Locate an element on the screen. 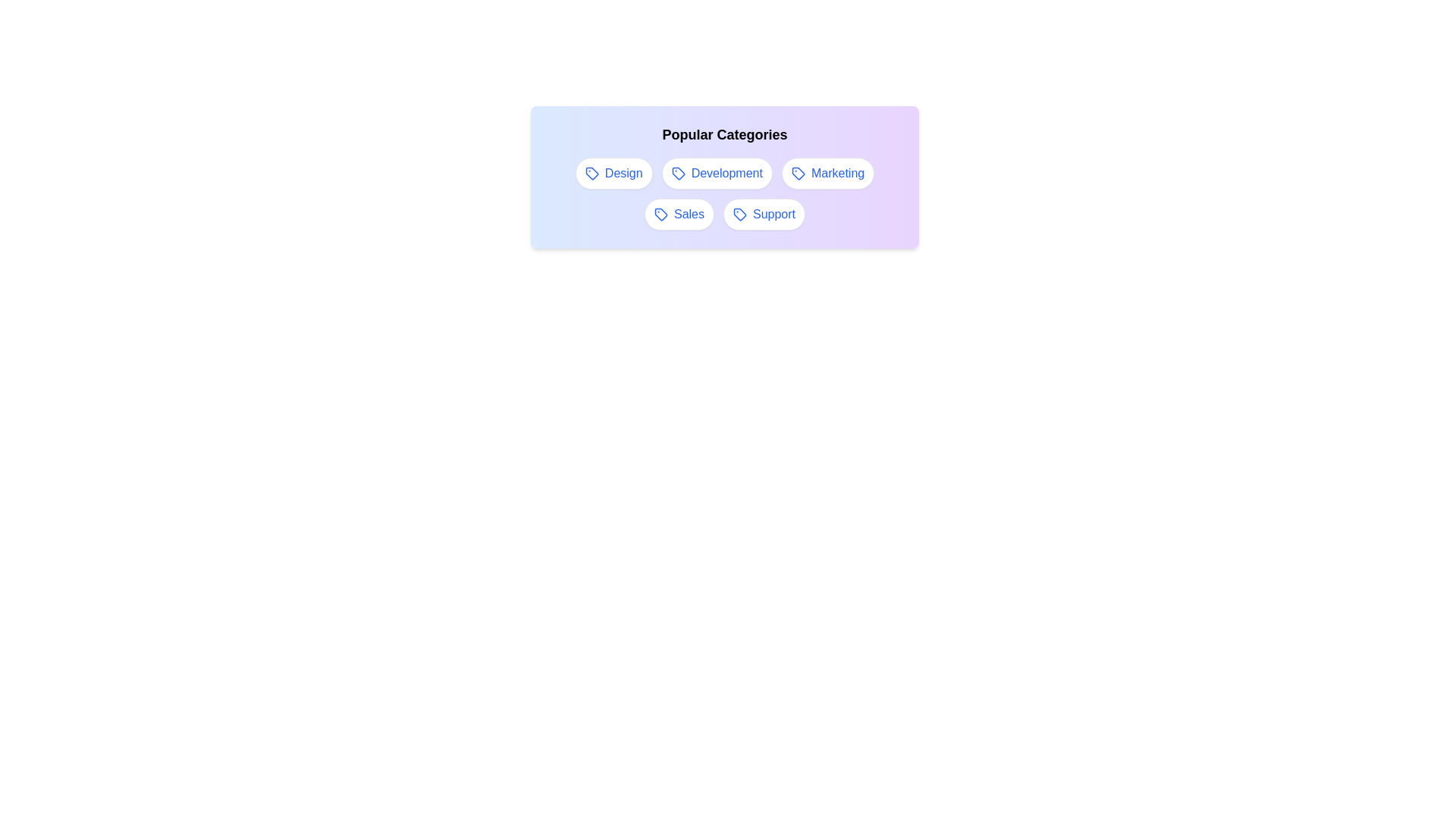  the Design tag to select it is located at coordinates (613, 172).